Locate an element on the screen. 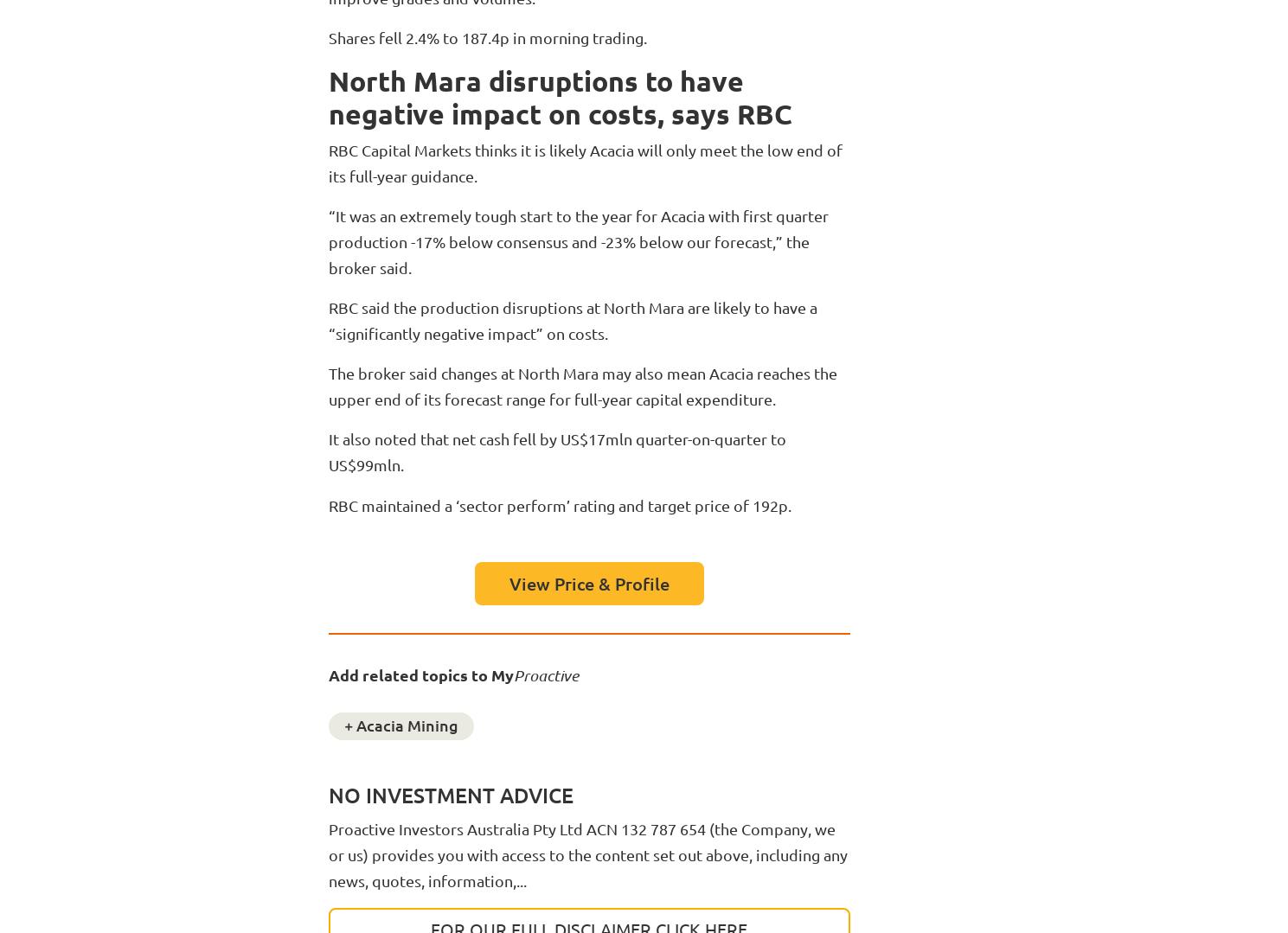 The width and height of the screenshot is (1288, 933). 'RBC said the production disruptions at North Mara are likely to have a “significantly negative impact” on costs.' is located at coordinates (571, 320).